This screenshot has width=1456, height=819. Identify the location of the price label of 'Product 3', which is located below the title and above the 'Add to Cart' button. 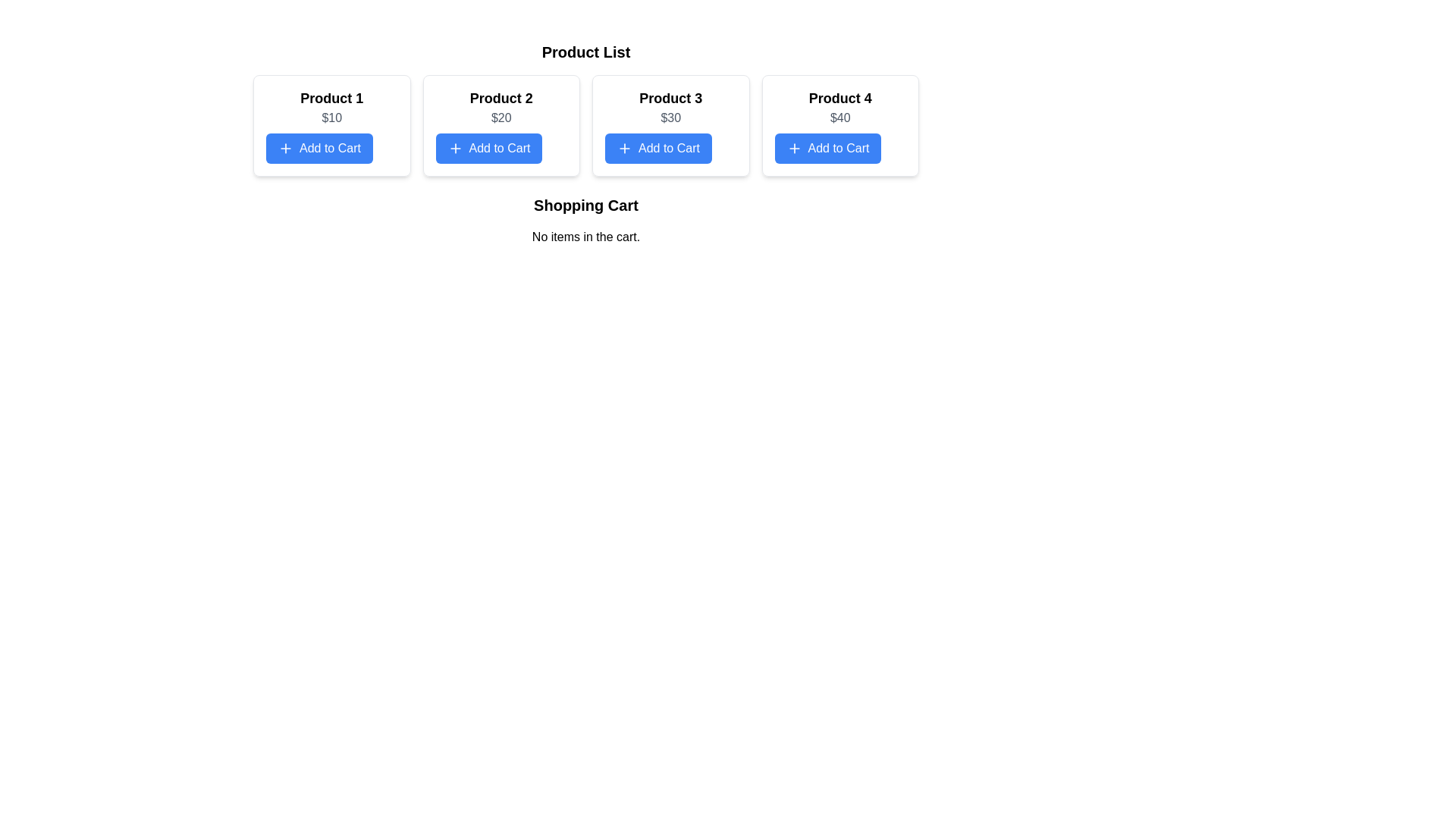
(670, 117).